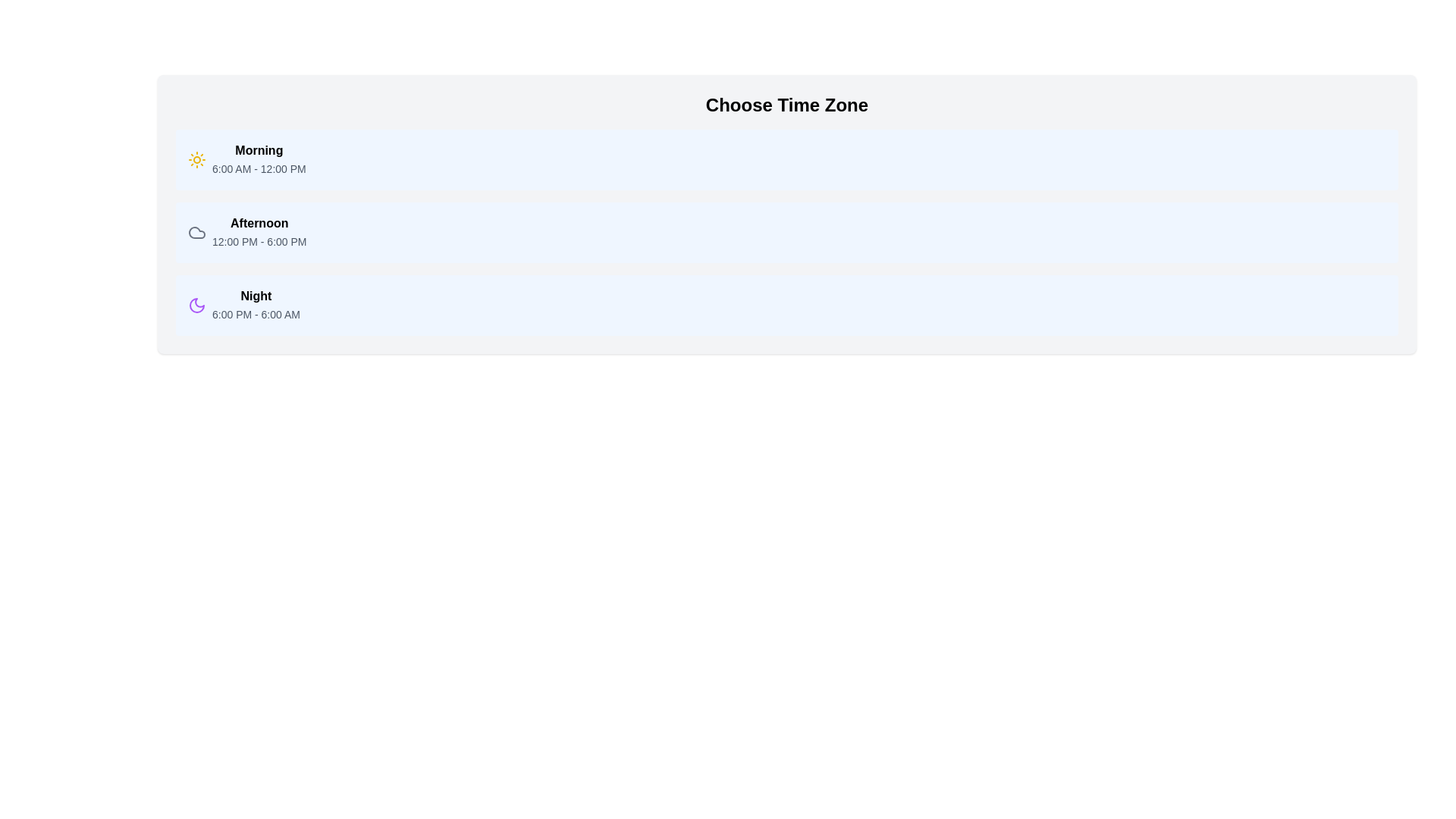 The image size is (1456, 819). I want to click on the sun icon, which is a yellow circular illustration with rays, located to the left of the 'Morning' label in the selection menu, so click(196, 160).